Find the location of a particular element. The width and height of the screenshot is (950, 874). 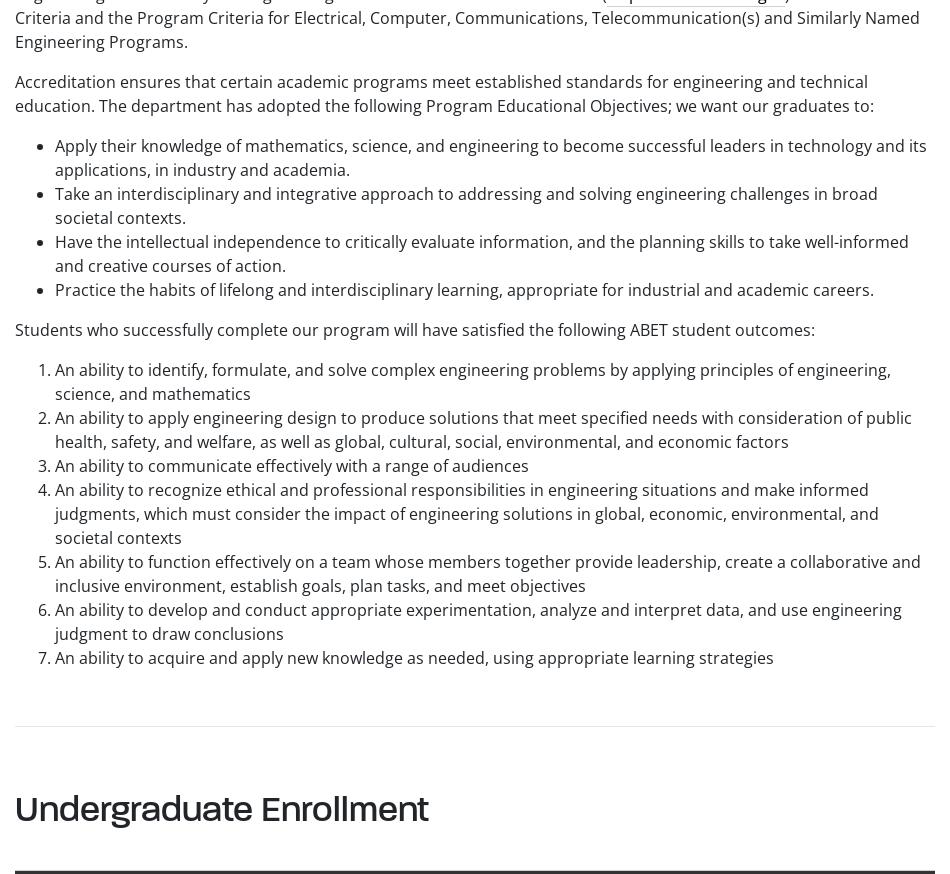

'An ability to recognize ethical and professional responsibilities in engineering situations and make informed judgments, which must consider the impact of engineering solutions in global, economic, environmental, and societal contexts' is located at coordinates (55, 513).